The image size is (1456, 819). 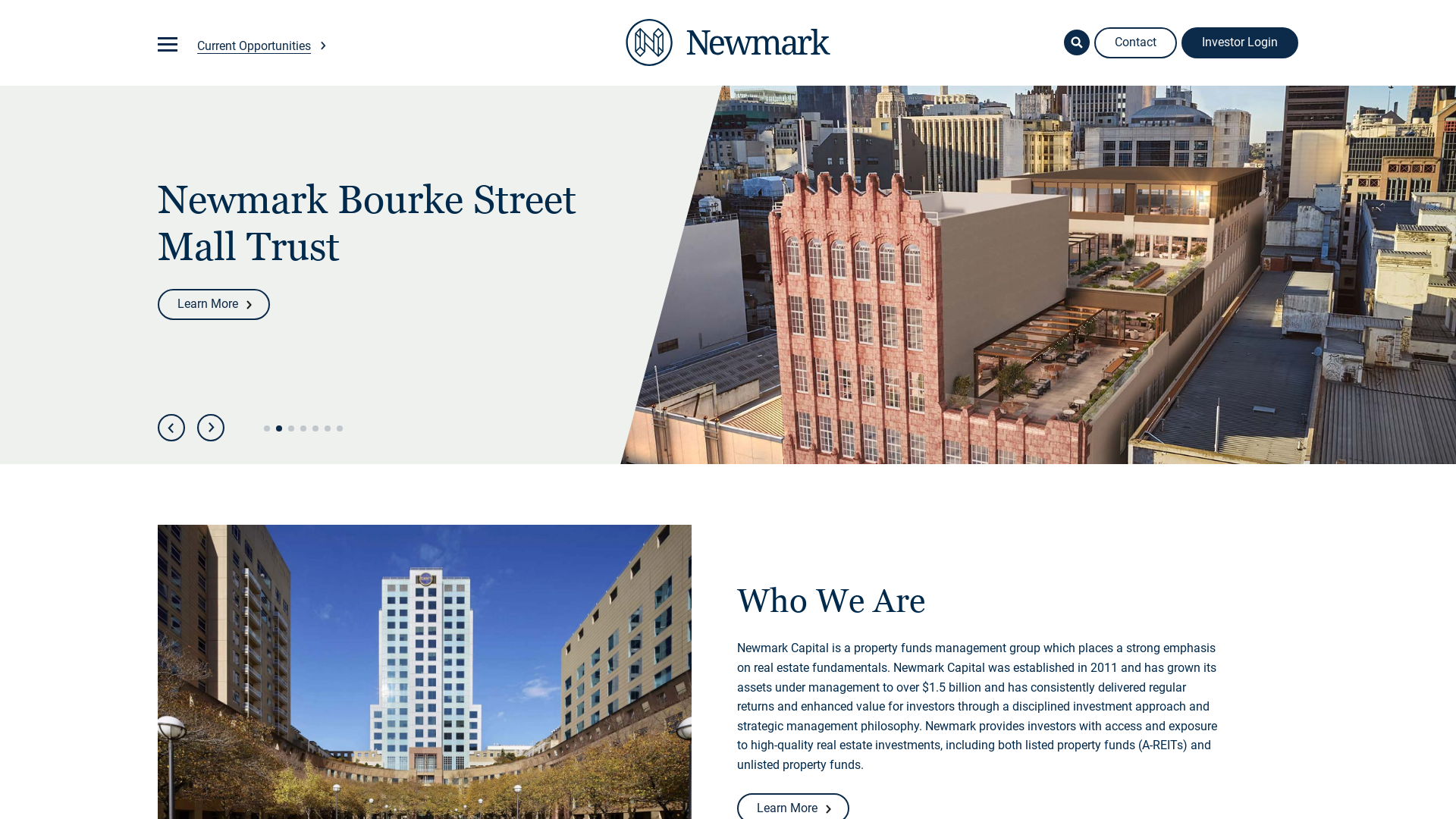 What do you see at coordinates (157, 427) in the screenshot?
I see `'Previous'` at bounding box center [157, 427].